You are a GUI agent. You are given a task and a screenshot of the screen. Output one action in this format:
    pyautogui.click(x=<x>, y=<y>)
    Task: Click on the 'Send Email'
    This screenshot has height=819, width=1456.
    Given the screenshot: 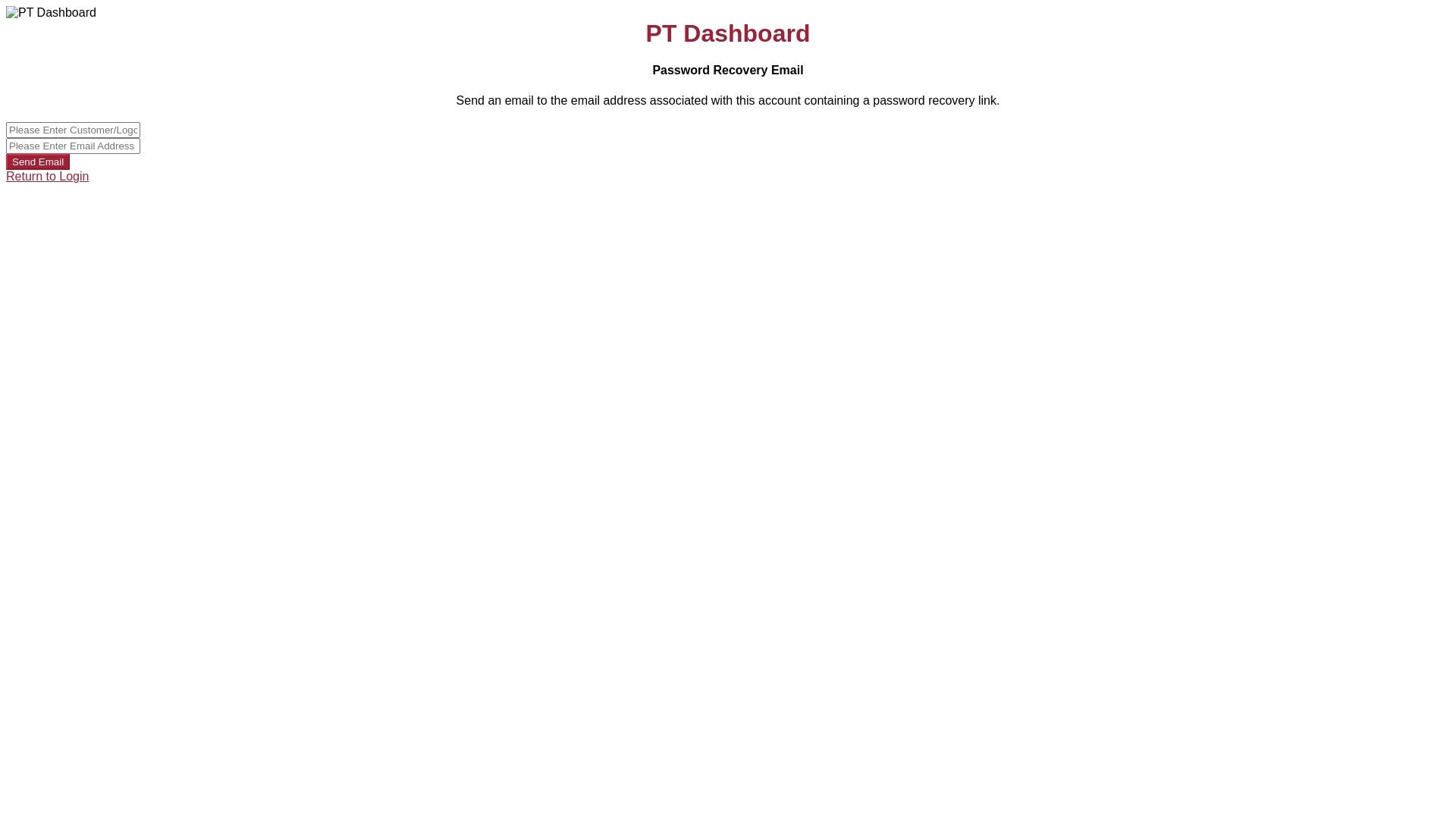 What is the action you would take?
    pyautogui.click(x=37, y=162)
    